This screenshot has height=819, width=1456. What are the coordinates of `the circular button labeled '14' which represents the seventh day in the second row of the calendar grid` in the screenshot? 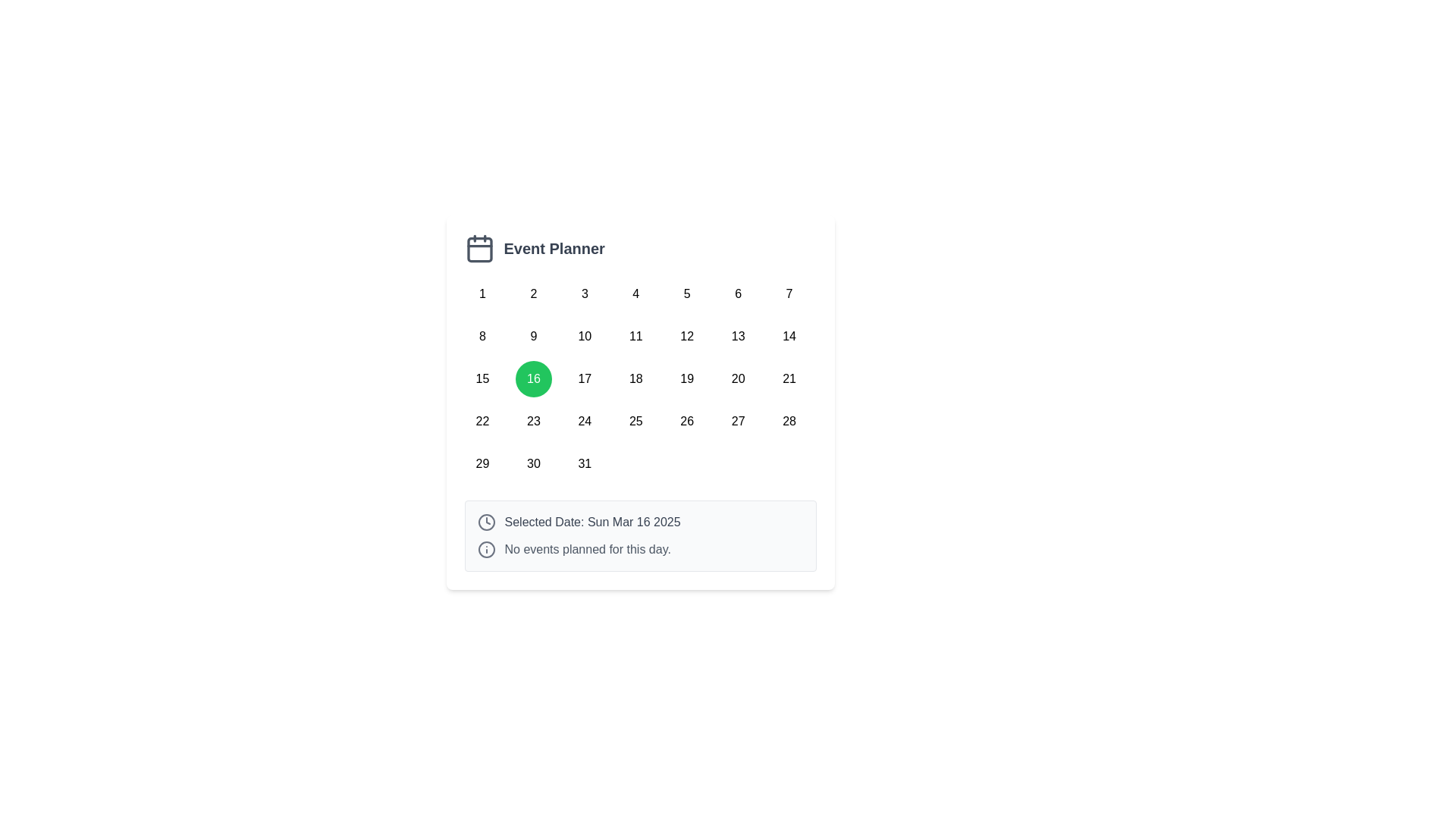 It's located at (789, 335).